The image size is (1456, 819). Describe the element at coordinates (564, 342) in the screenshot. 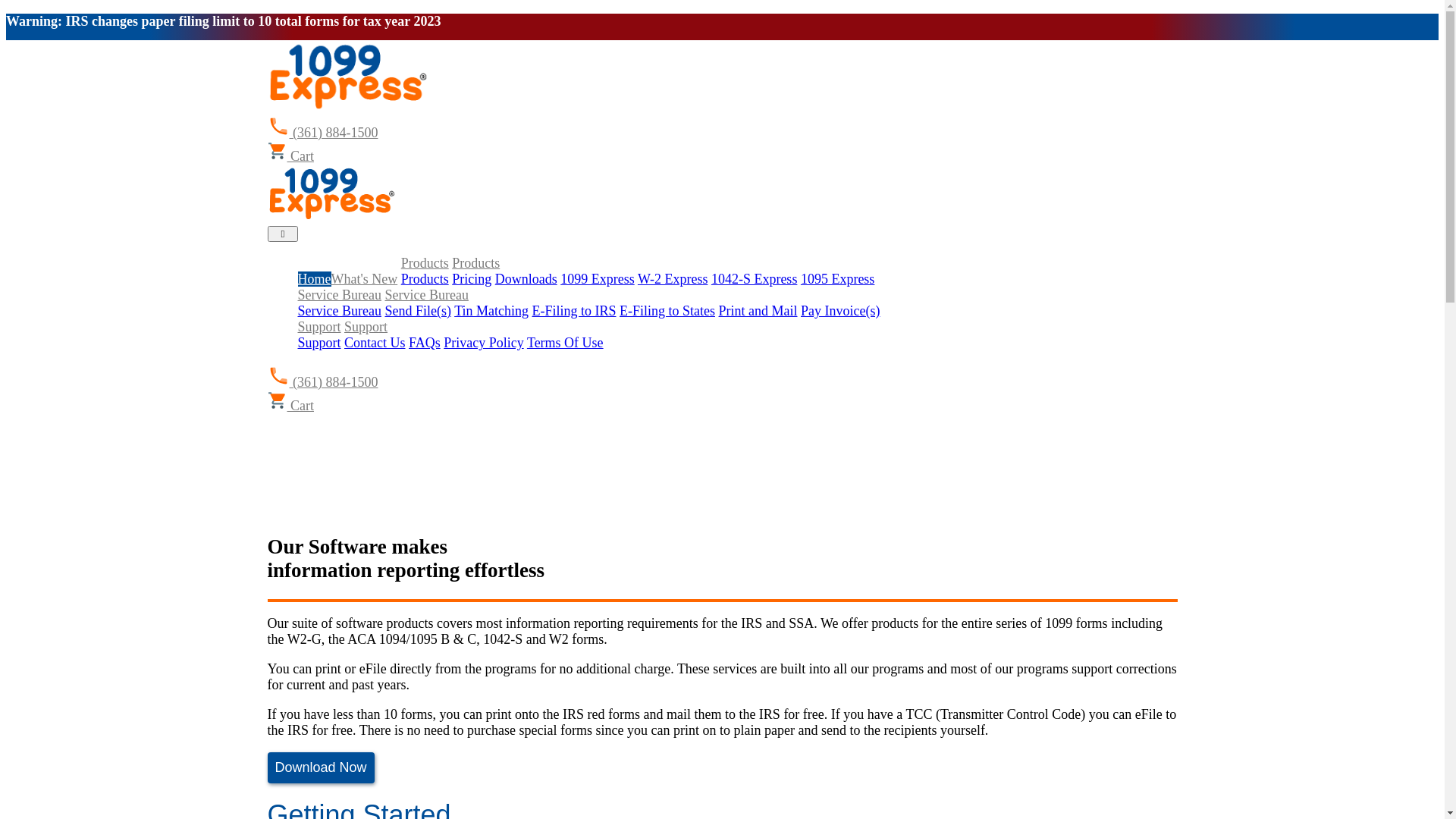

I see `'Terms Of Use'` at that location.